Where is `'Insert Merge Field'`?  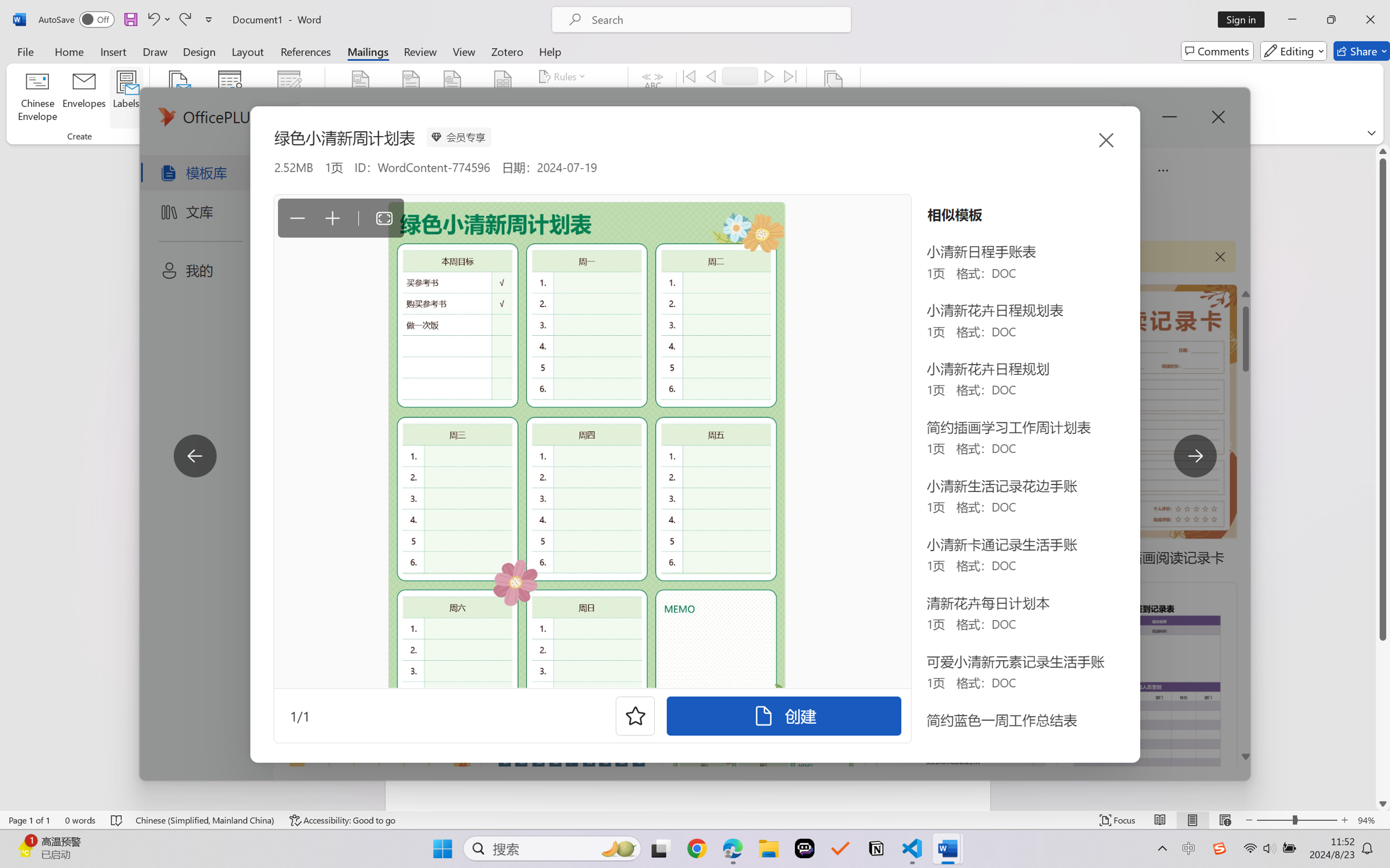
'Insert Merge Field' is located at coordinates (503, 82).